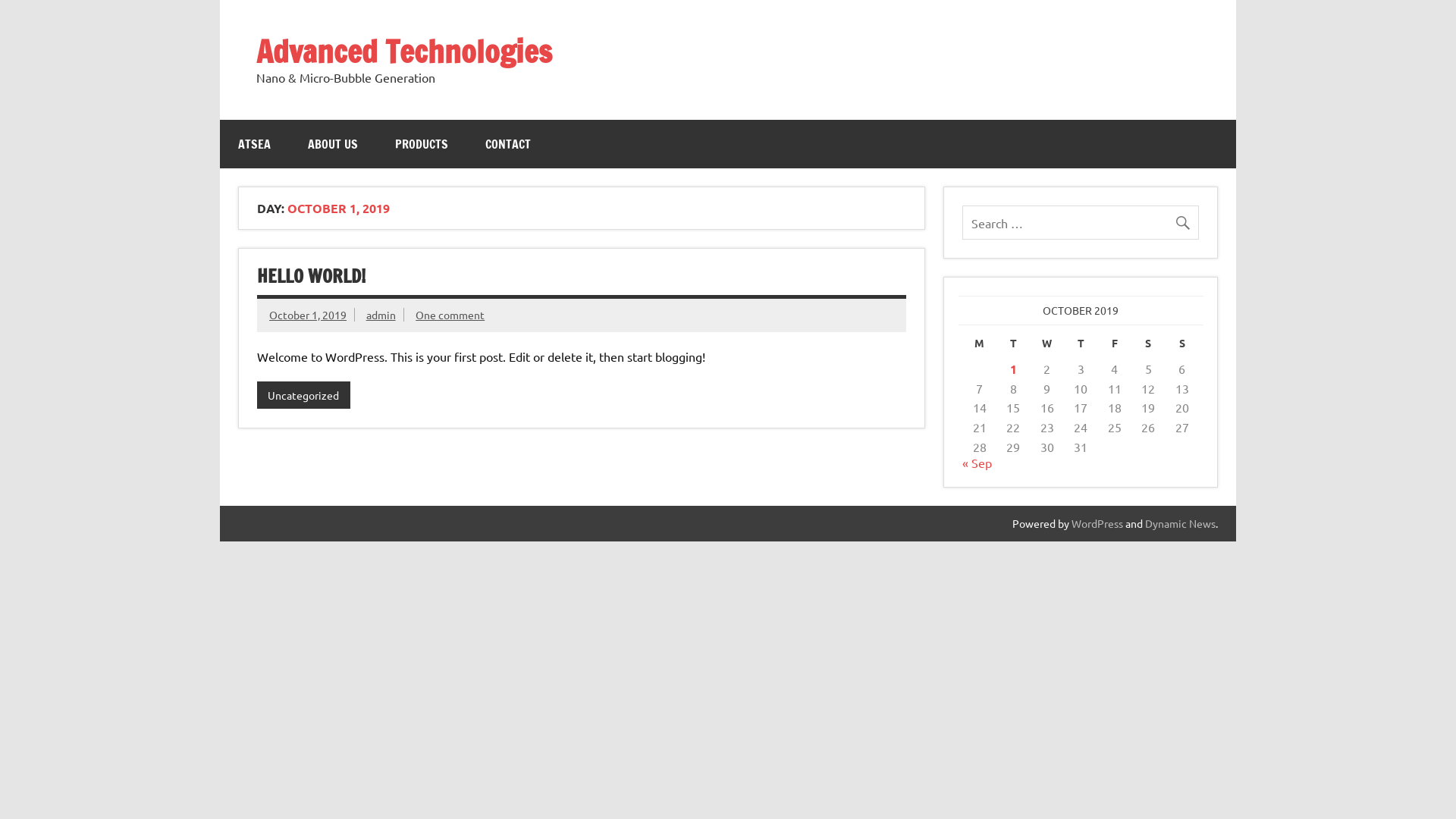  What do you see at coordinates (254, 143) in the screenshot?
I see `'ATSEA'` at bounding box center [254, 143].